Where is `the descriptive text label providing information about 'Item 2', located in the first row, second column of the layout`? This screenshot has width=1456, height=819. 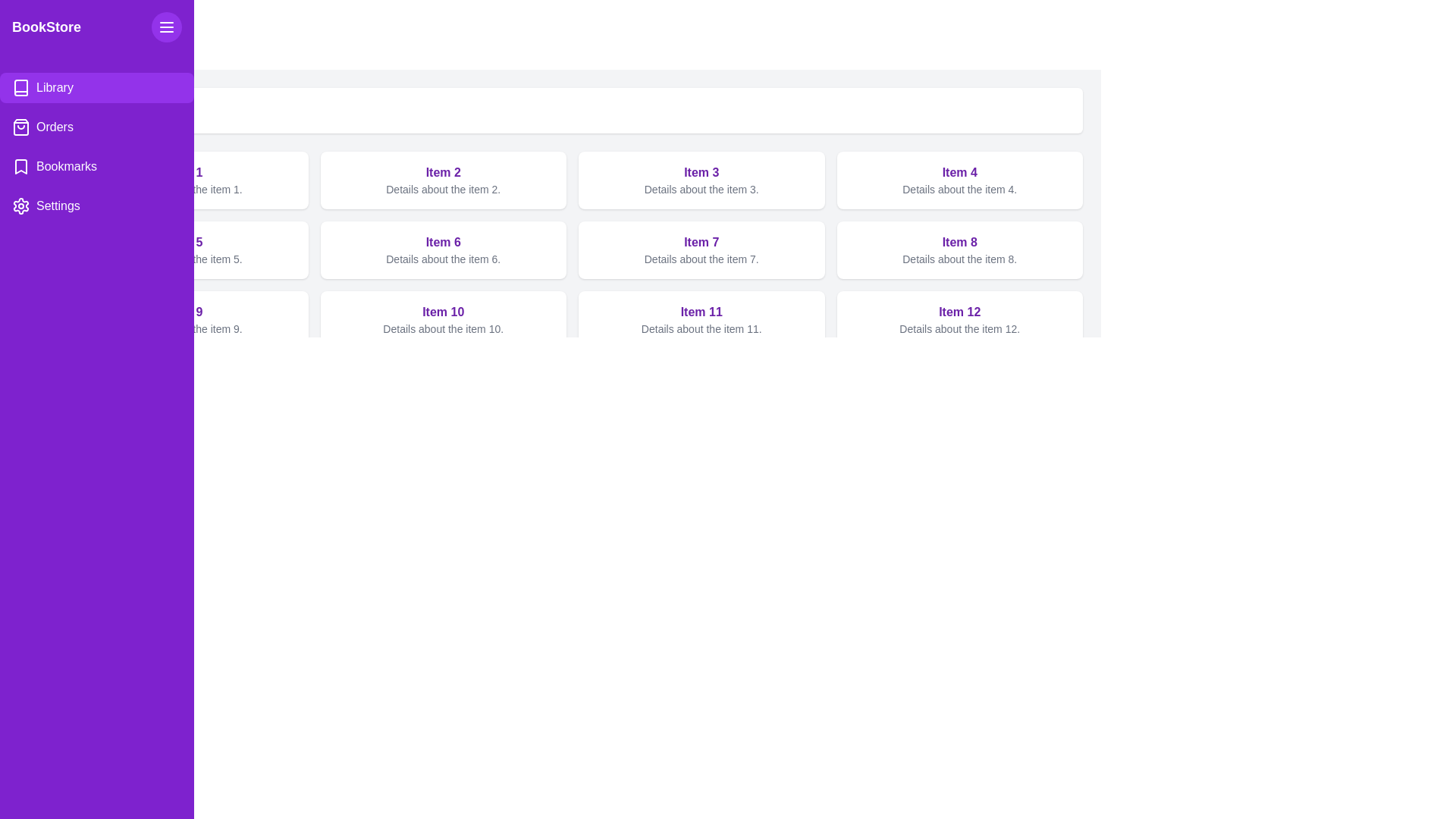 the descriptive text label providing information about 'Item 2', located in the first row, second column of the layout is located at coordinates (442, 189).